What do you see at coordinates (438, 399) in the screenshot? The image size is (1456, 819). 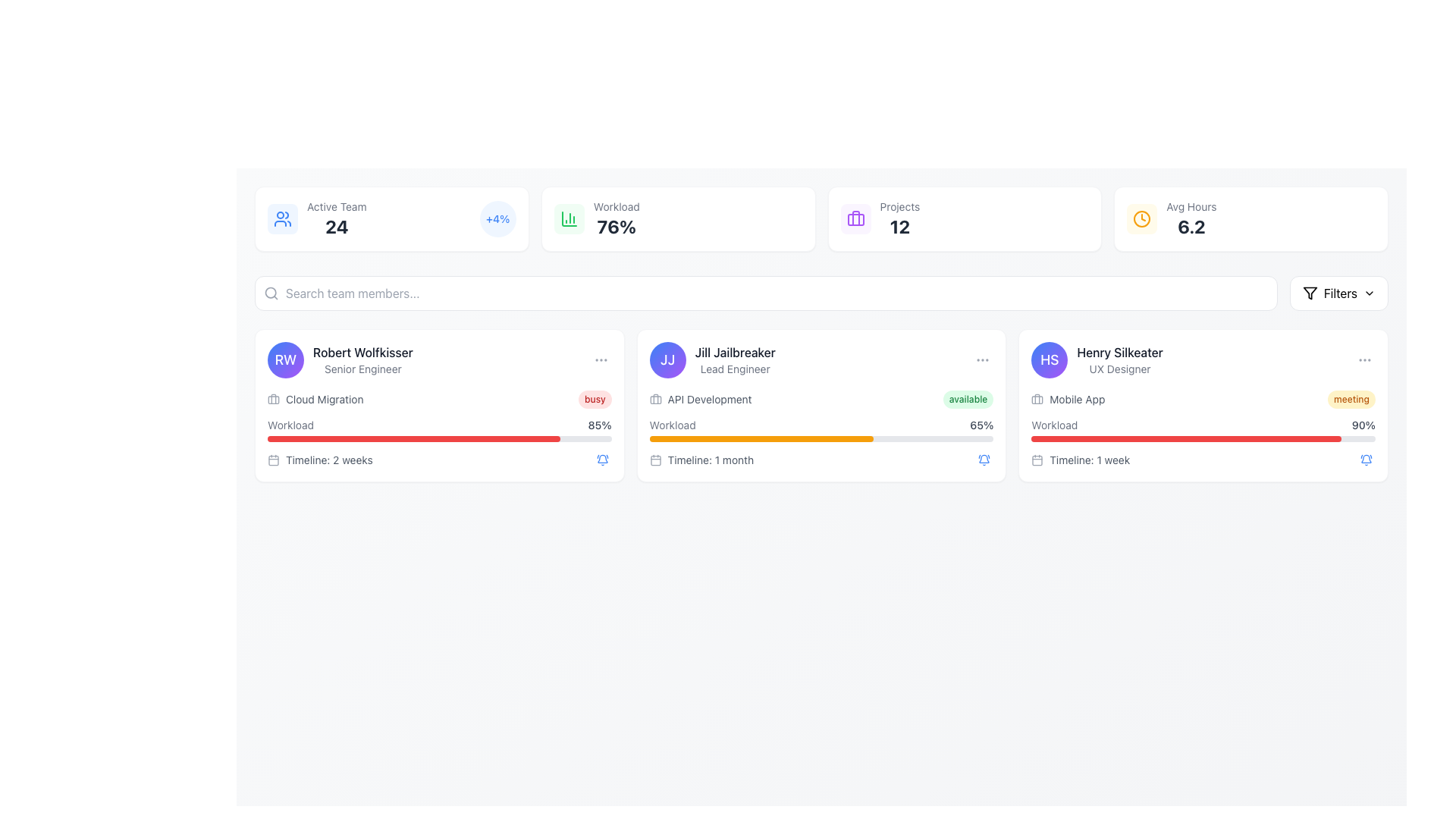 I see `displayed information about the project 'Cloud Migration' associated with 'Robert Wolfkisser' and their current status labeled as 'busy'` at bounding box center [438, 399].